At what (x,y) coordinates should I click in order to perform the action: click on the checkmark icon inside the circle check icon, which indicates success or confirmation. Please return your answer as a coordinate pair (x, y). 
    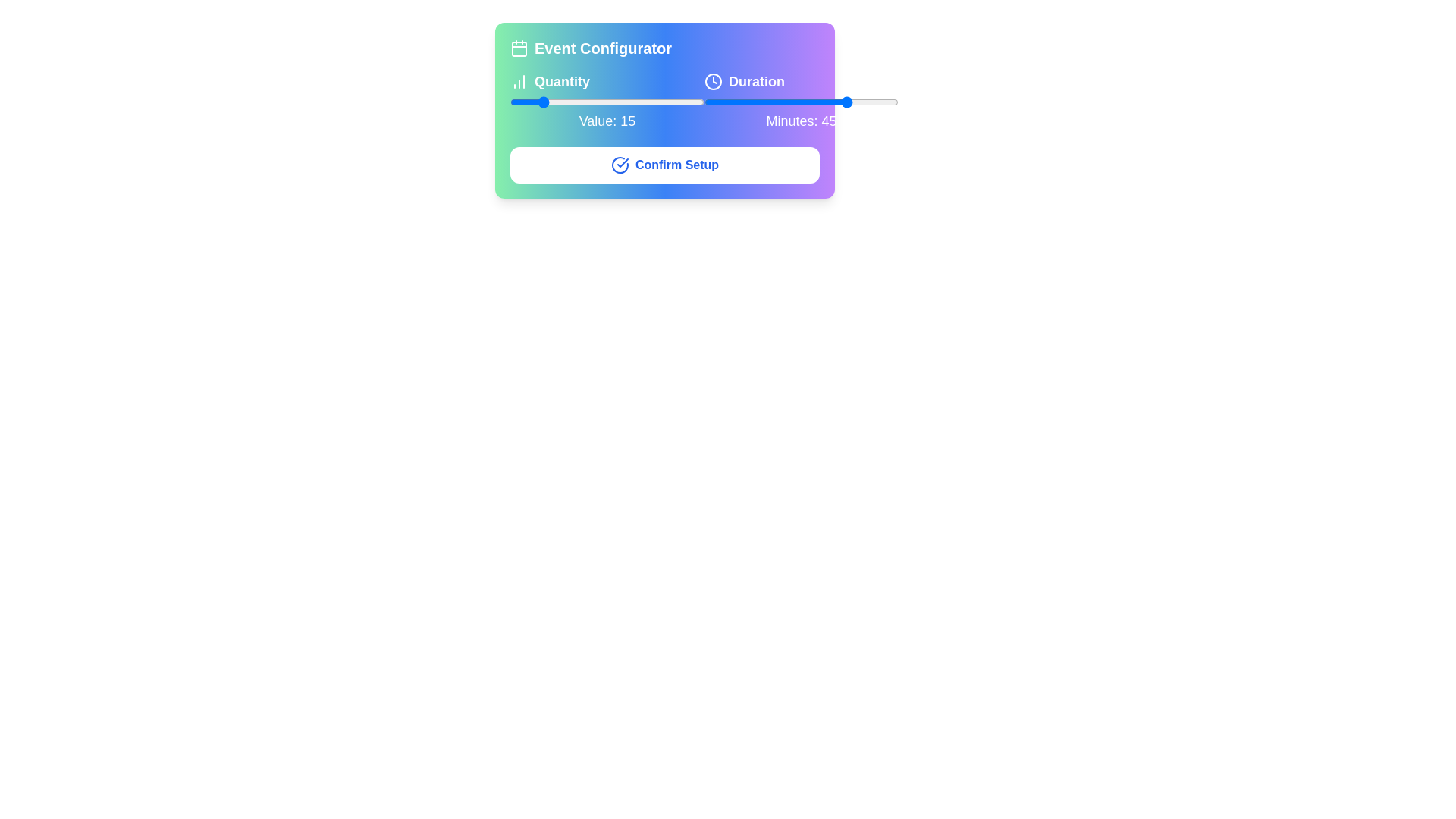
    Looking at the image, I should click on (623, 163).